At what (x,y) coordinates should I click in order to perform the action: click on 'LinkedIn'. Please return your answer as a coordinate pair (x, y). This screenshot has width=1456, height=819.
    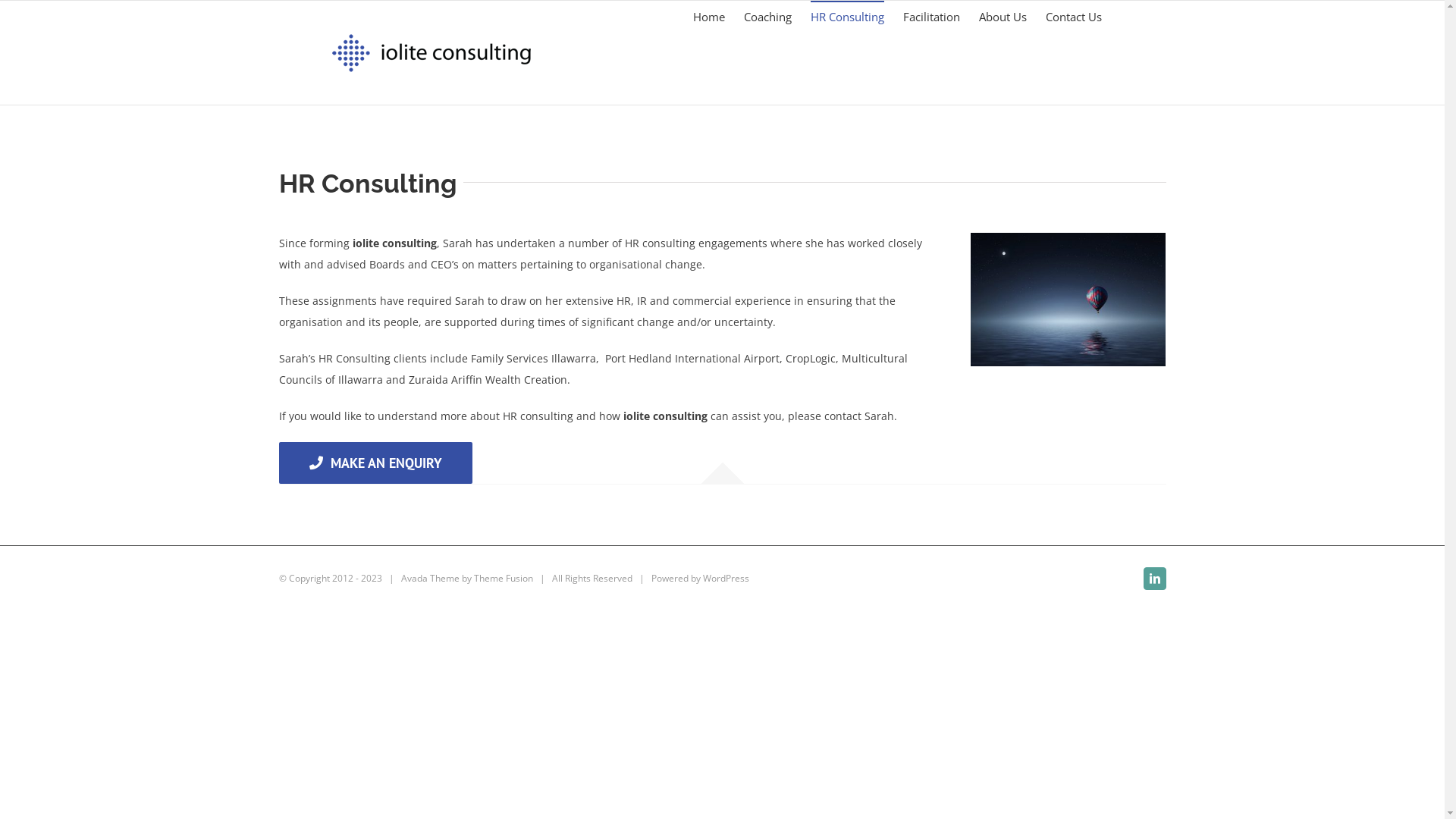
    Looking at the image, I should click on (1153, 579).